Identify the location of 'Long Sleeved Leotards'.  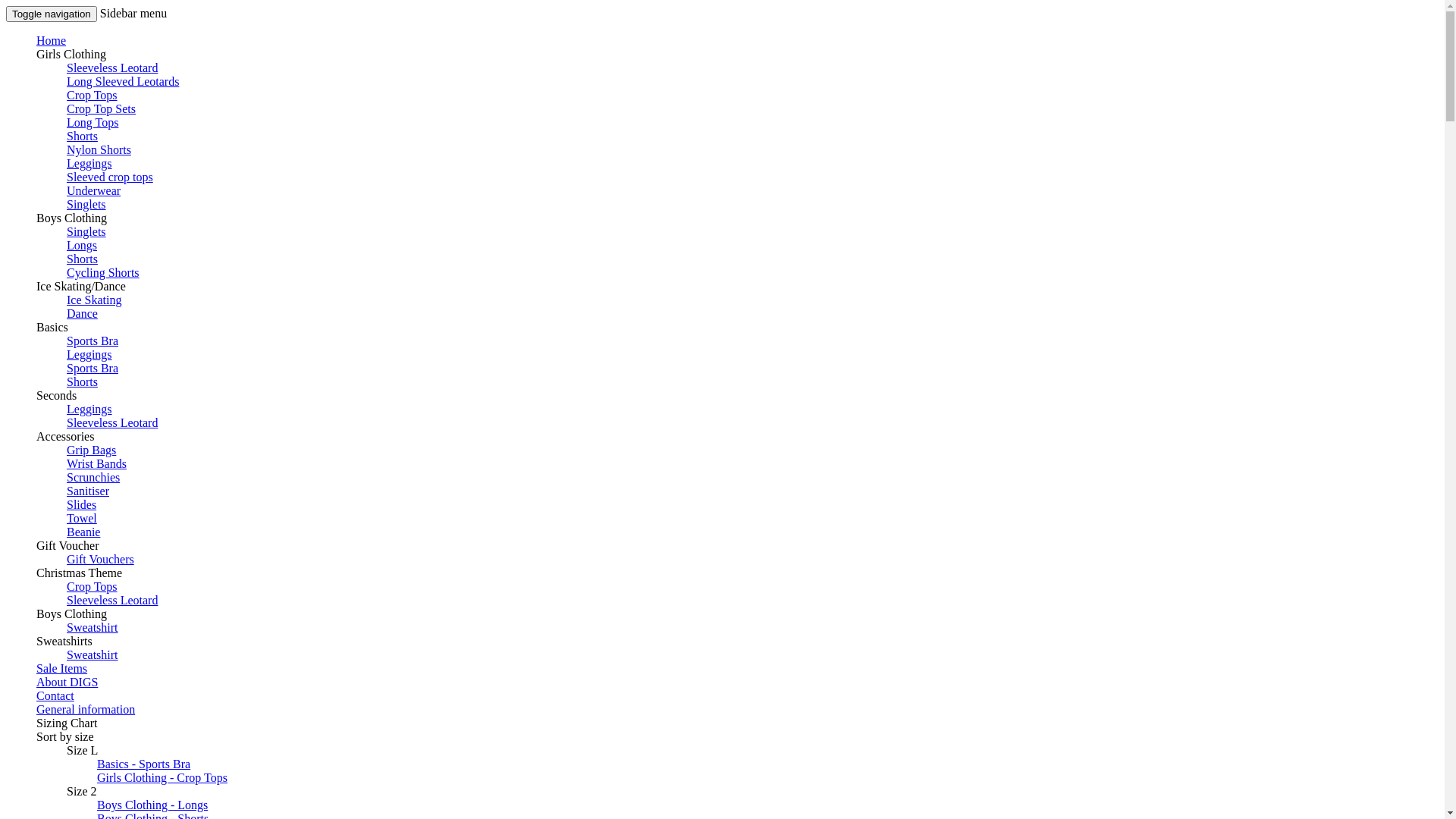
(65, 81).